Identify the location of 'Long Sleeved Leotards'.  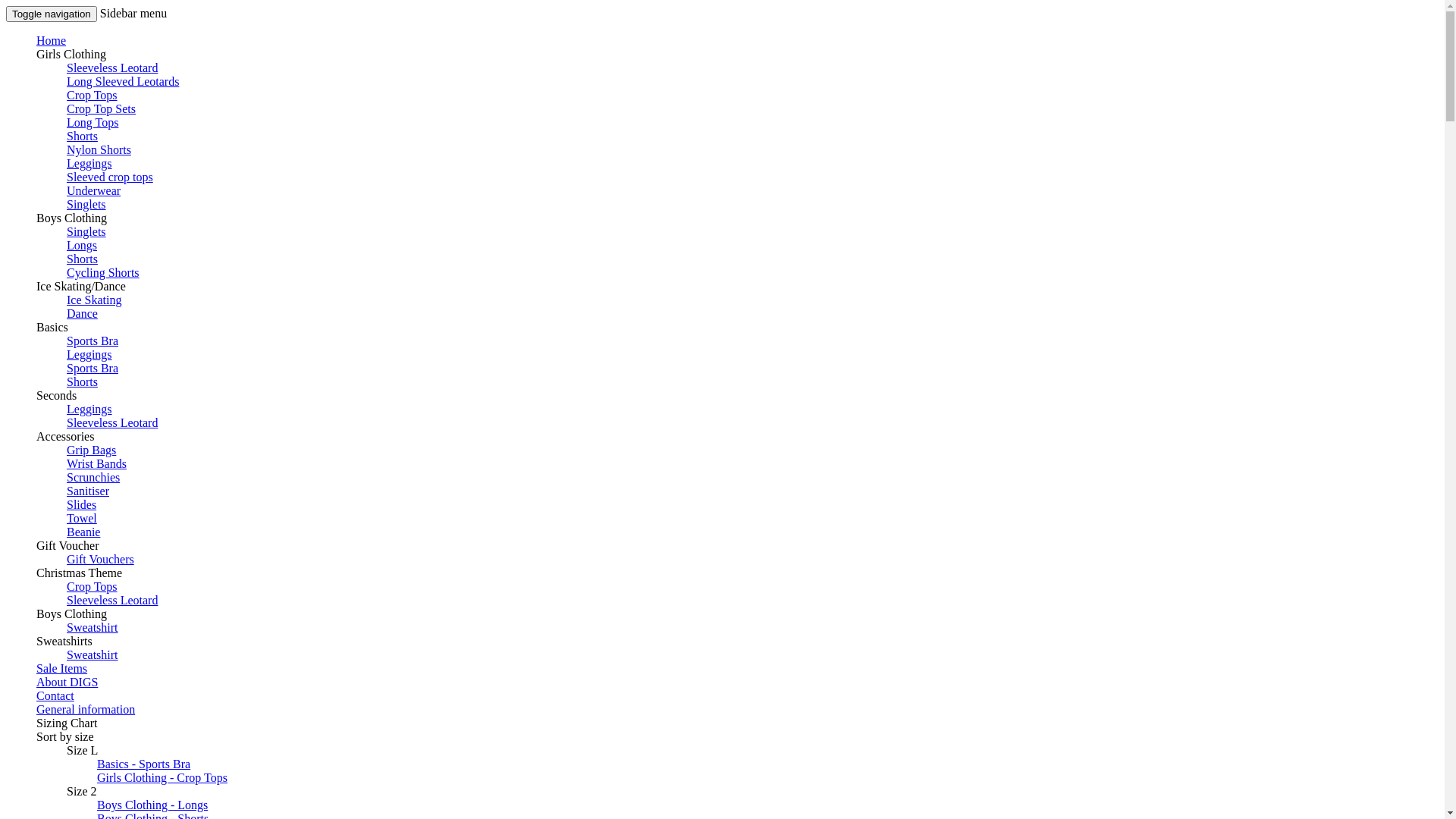
(65, 81).